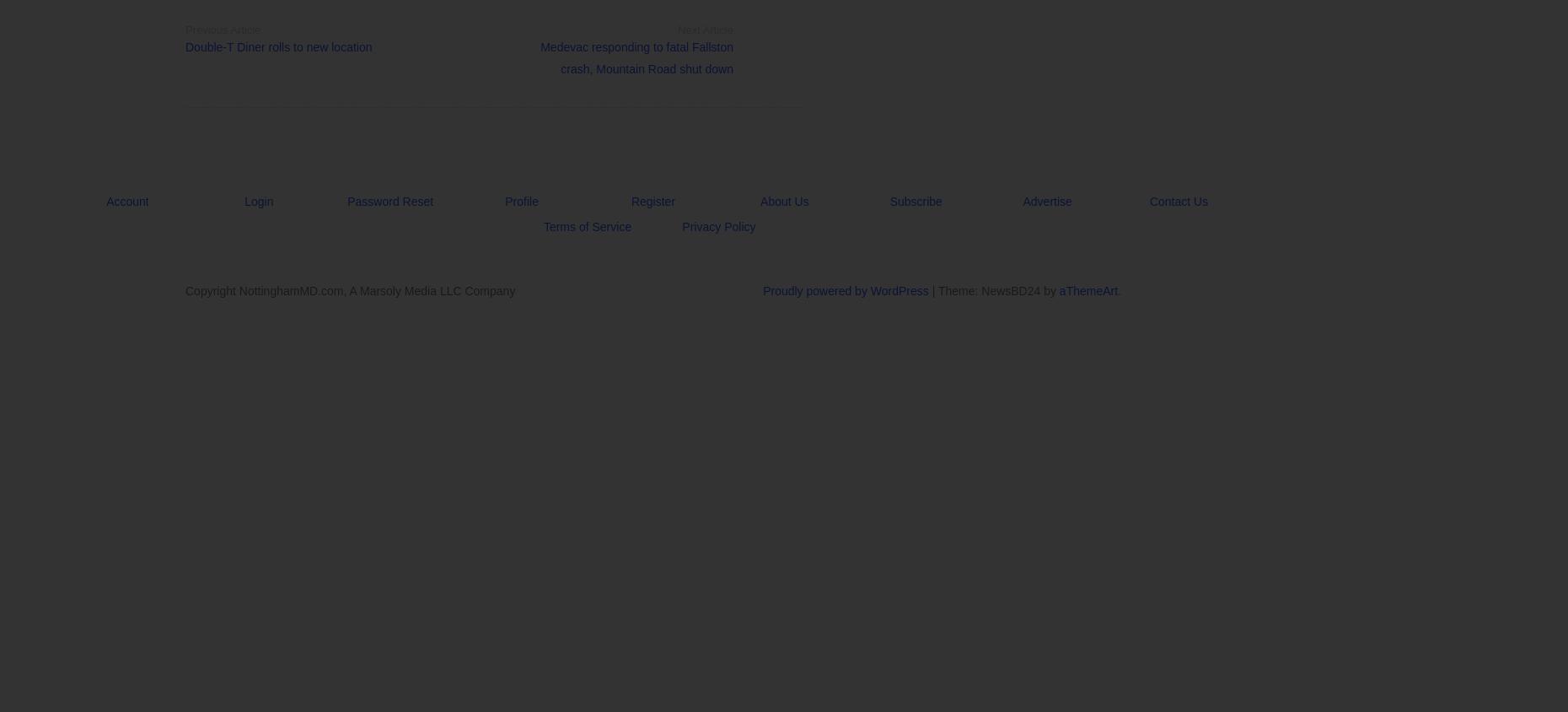 The height and width of the screenshot is (712, 1568). What do you see at coordinates (1045, 201) in the screenshot?
I see `'Advertise'` at bounding box center [1045, 201].